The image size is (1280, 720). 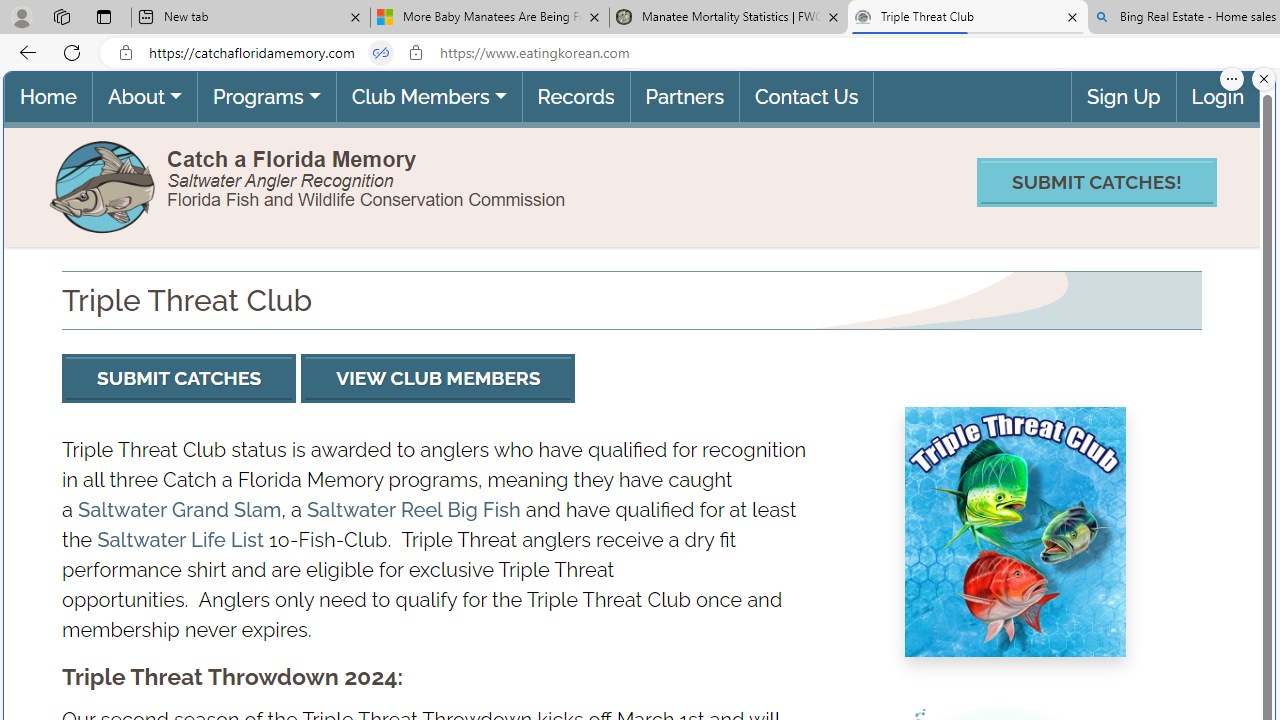 I want to click on 'Contact Us', so click(x=807, y=96).